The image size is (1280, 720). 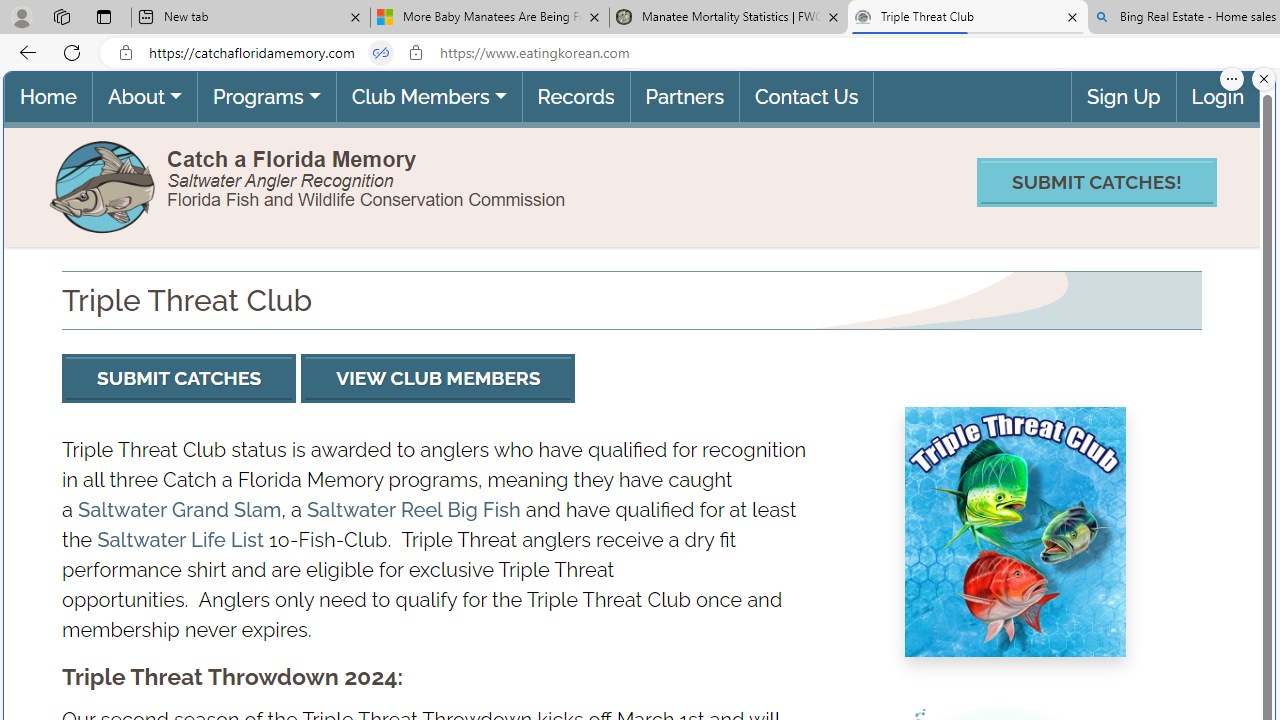 I want to click on 'Contact Us', so click(x=807, y=96).